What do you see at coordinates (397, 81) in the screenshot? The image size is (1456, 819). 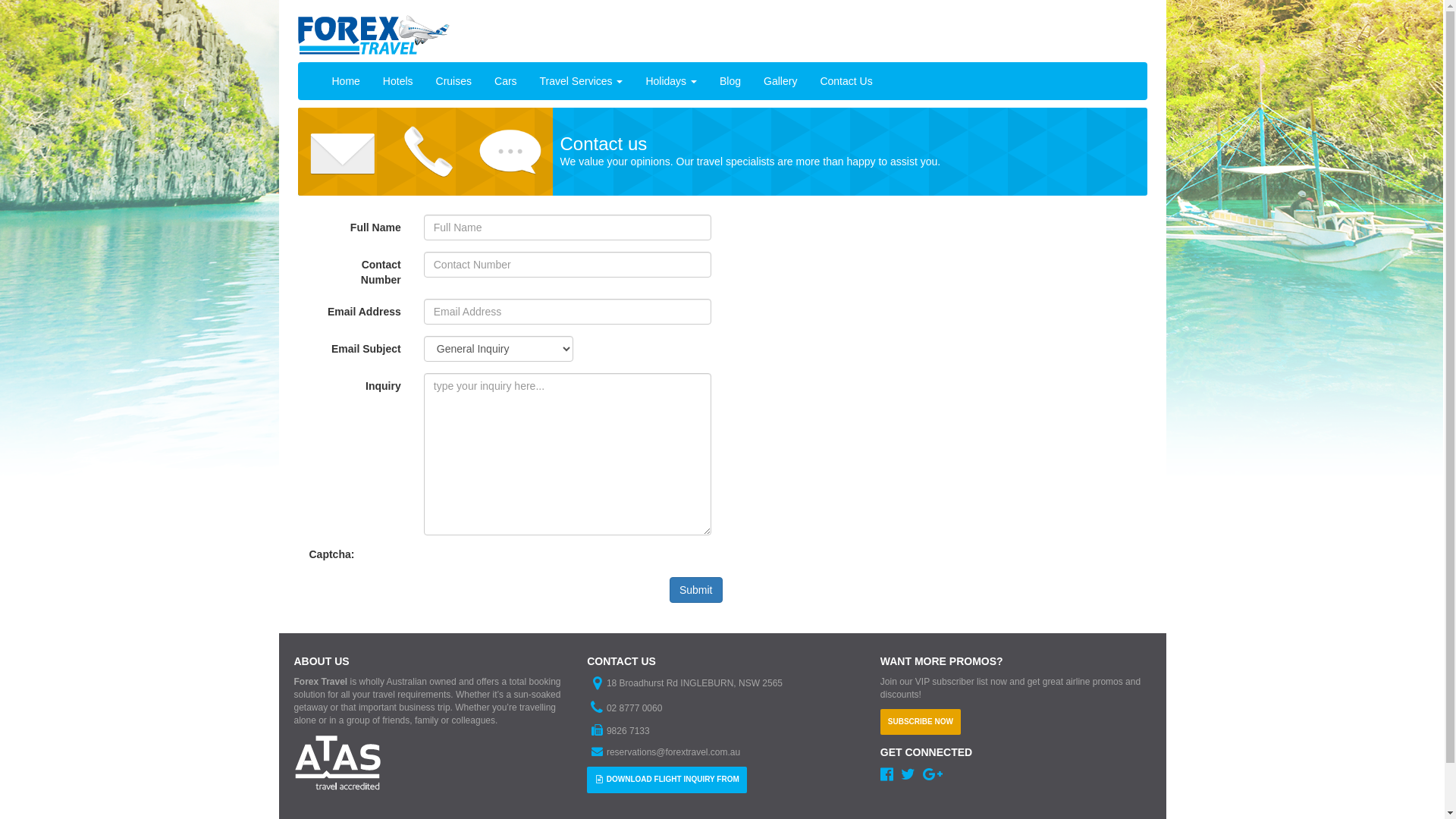 I see `'Hotels'` at bounding box center [397, 81].